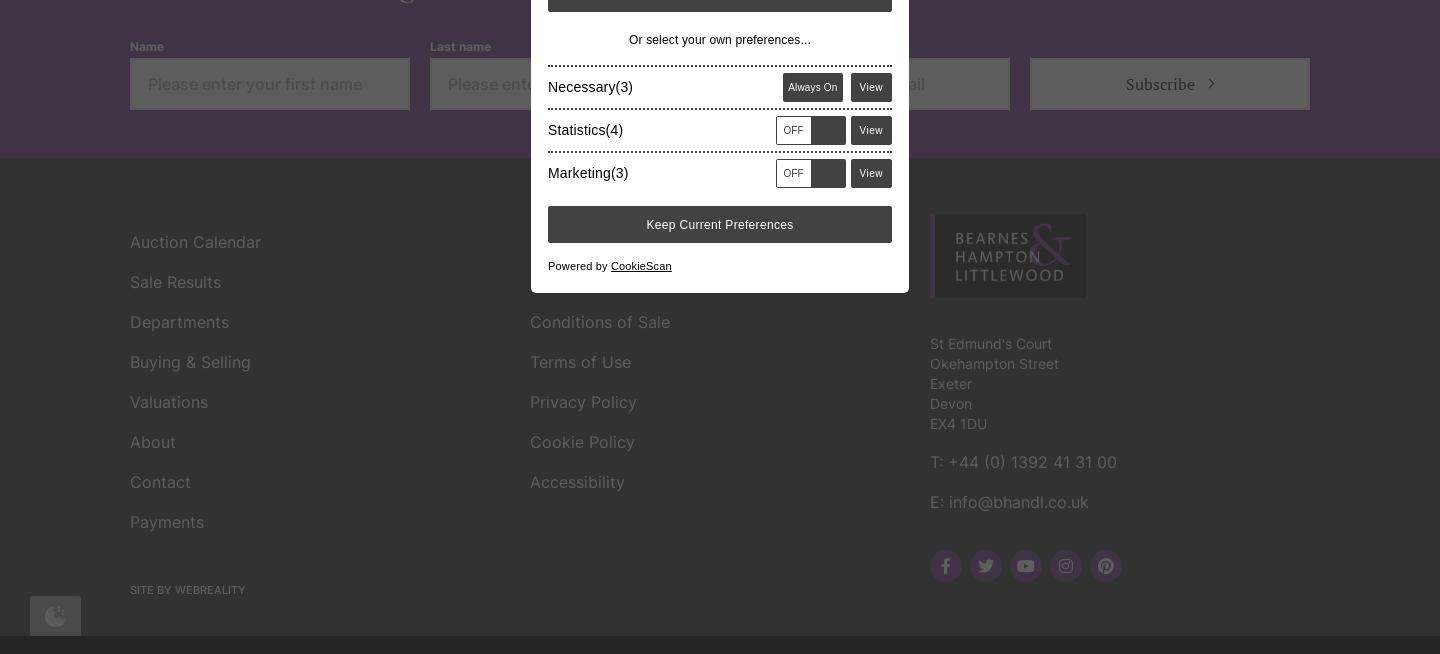  What do you see at coordinates (950, 92) in the screenshot?
I see `'Exeter'` at bounding box center [950, 92].